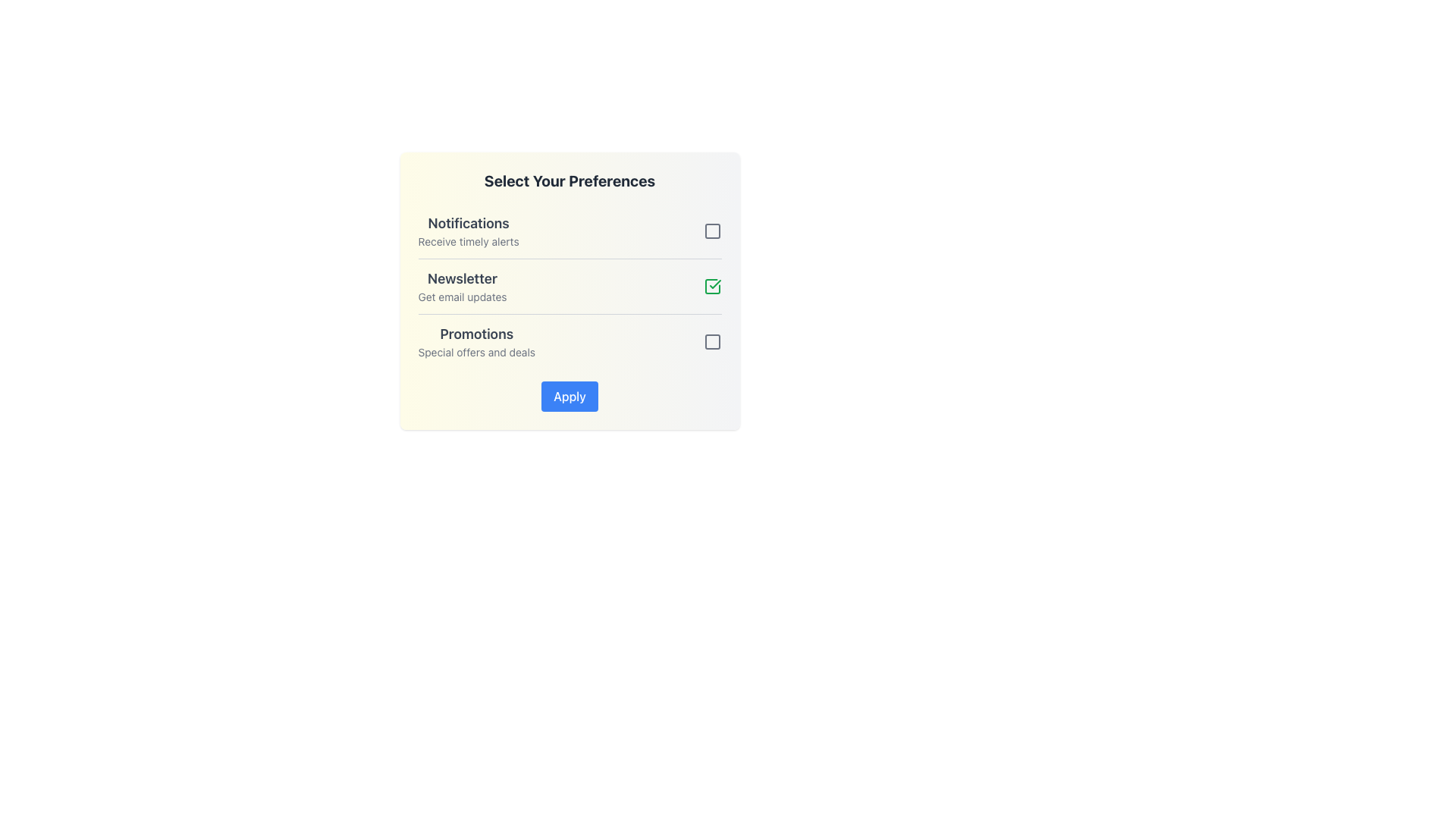 Image resolution: width=1456 pixels, height=819 pixels. Describe the element at coordinates (569, 286) in the screenshot. I see `the green outlined checkbox for the 'Newsletter' option` at that location.